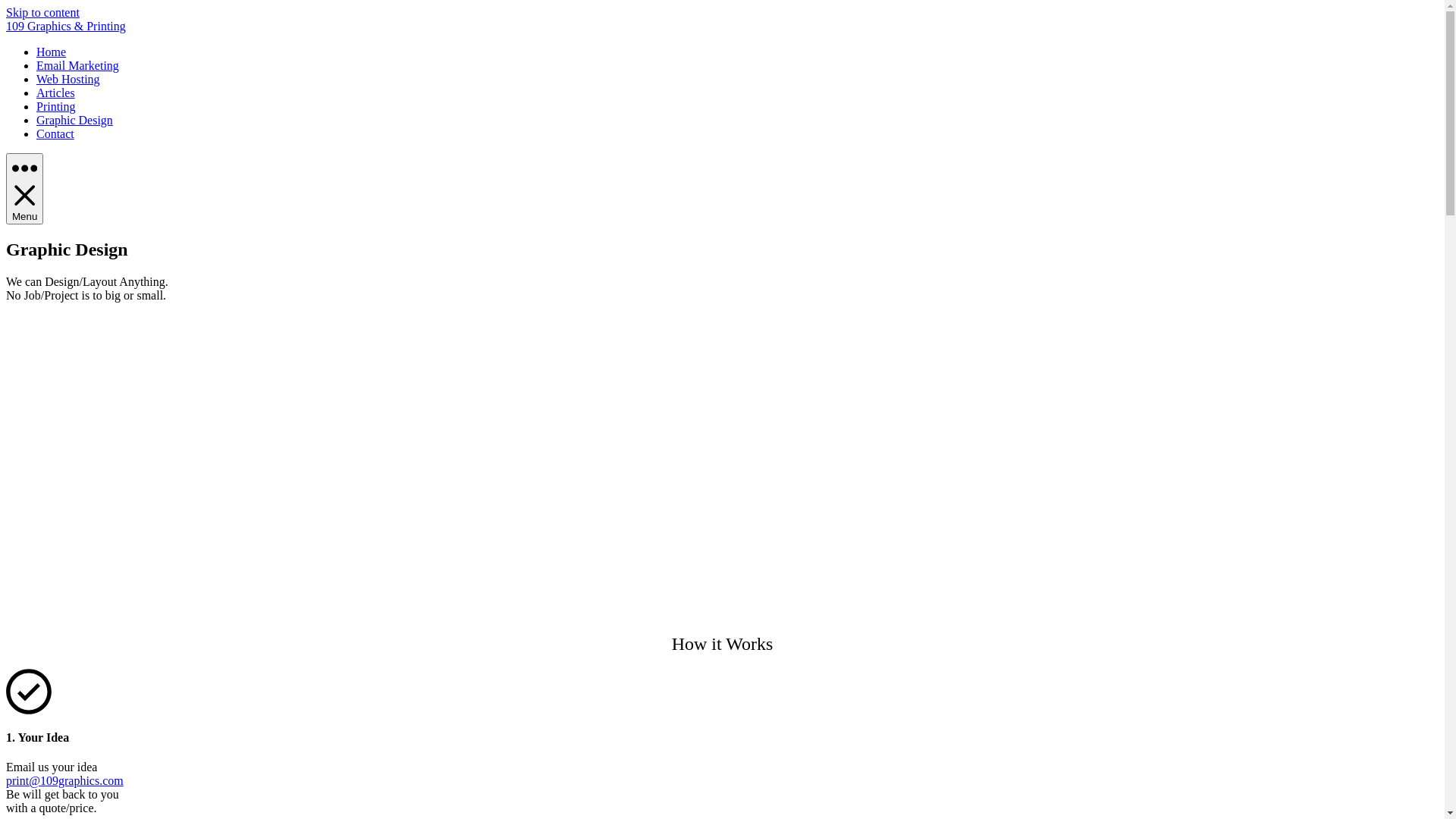  I want to click on 'Menu', so click(24, 188).